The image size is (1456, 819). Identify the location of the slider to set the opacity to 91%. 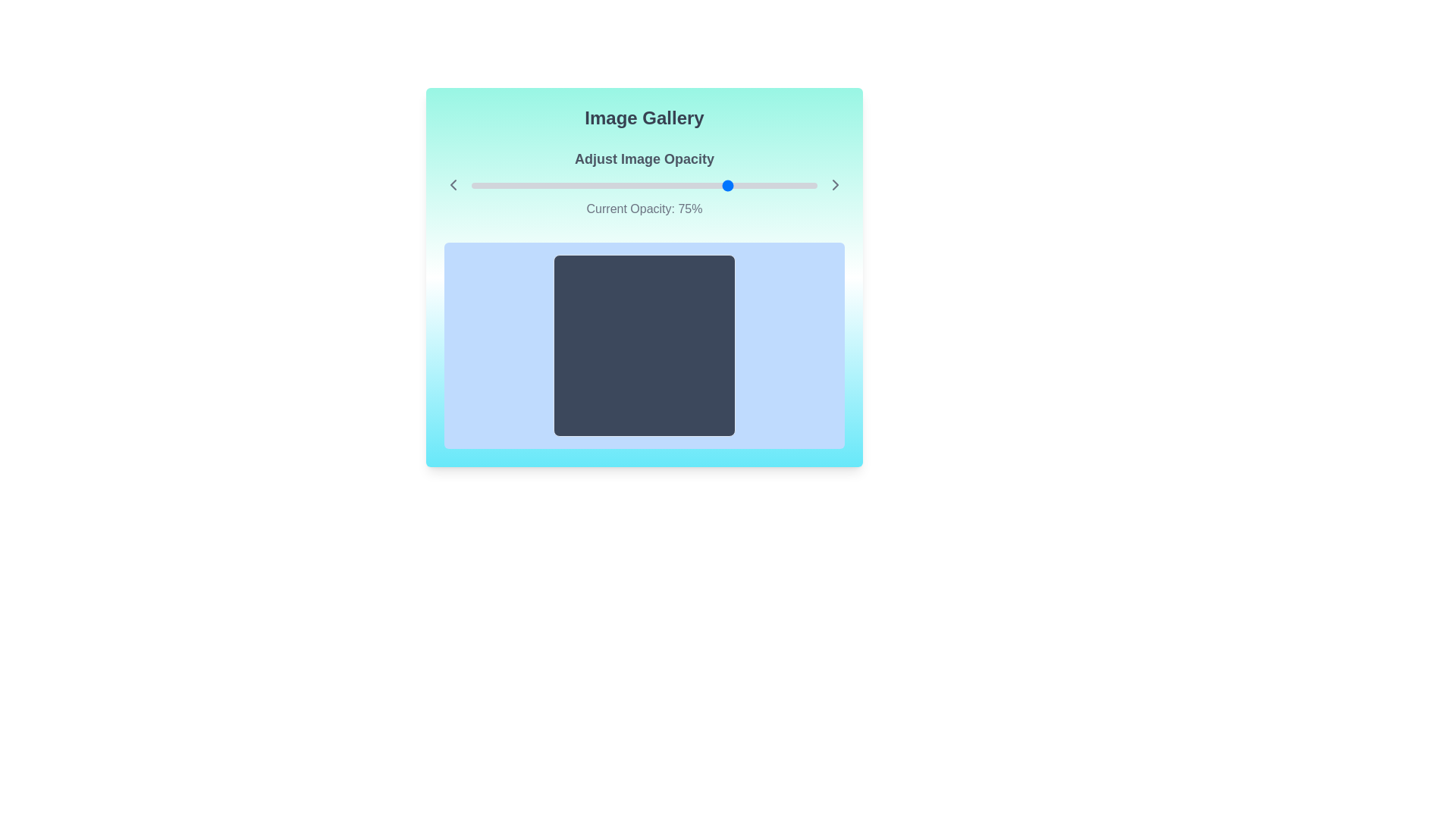
(786, 185).